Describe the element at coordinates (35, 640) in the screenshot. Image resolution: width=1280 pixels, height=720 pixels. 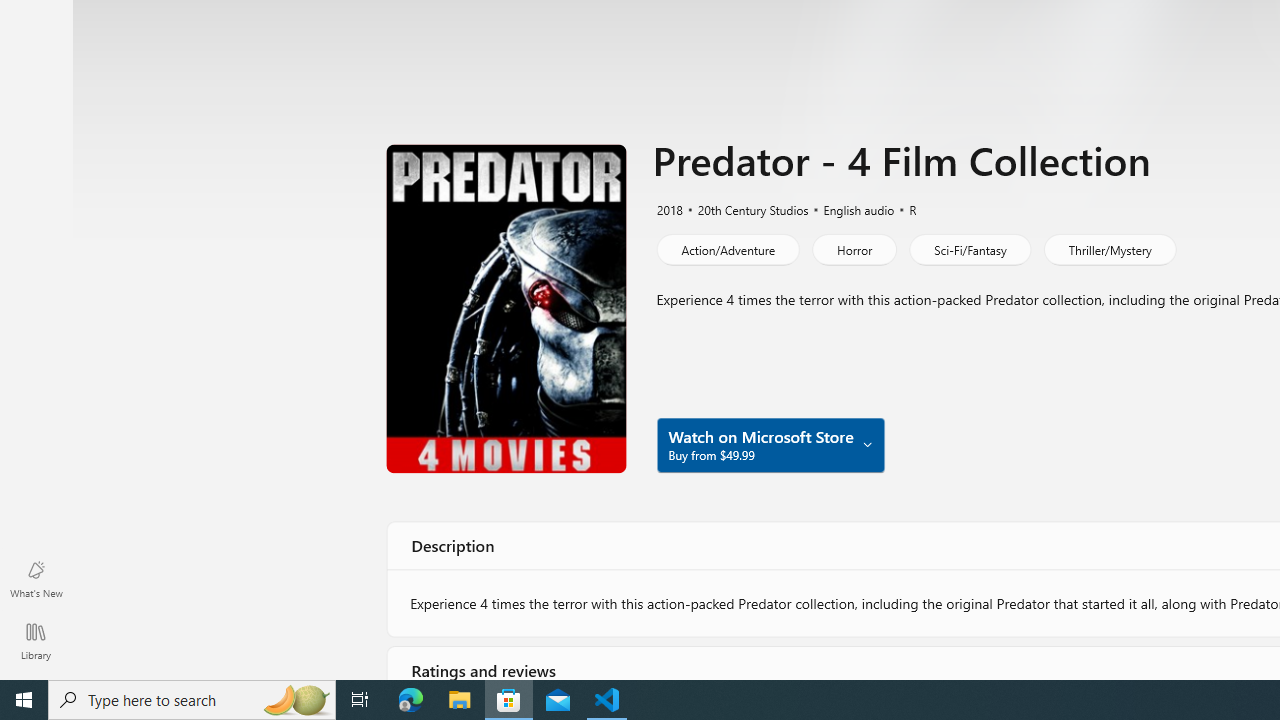
I see `'Library'` at that location.